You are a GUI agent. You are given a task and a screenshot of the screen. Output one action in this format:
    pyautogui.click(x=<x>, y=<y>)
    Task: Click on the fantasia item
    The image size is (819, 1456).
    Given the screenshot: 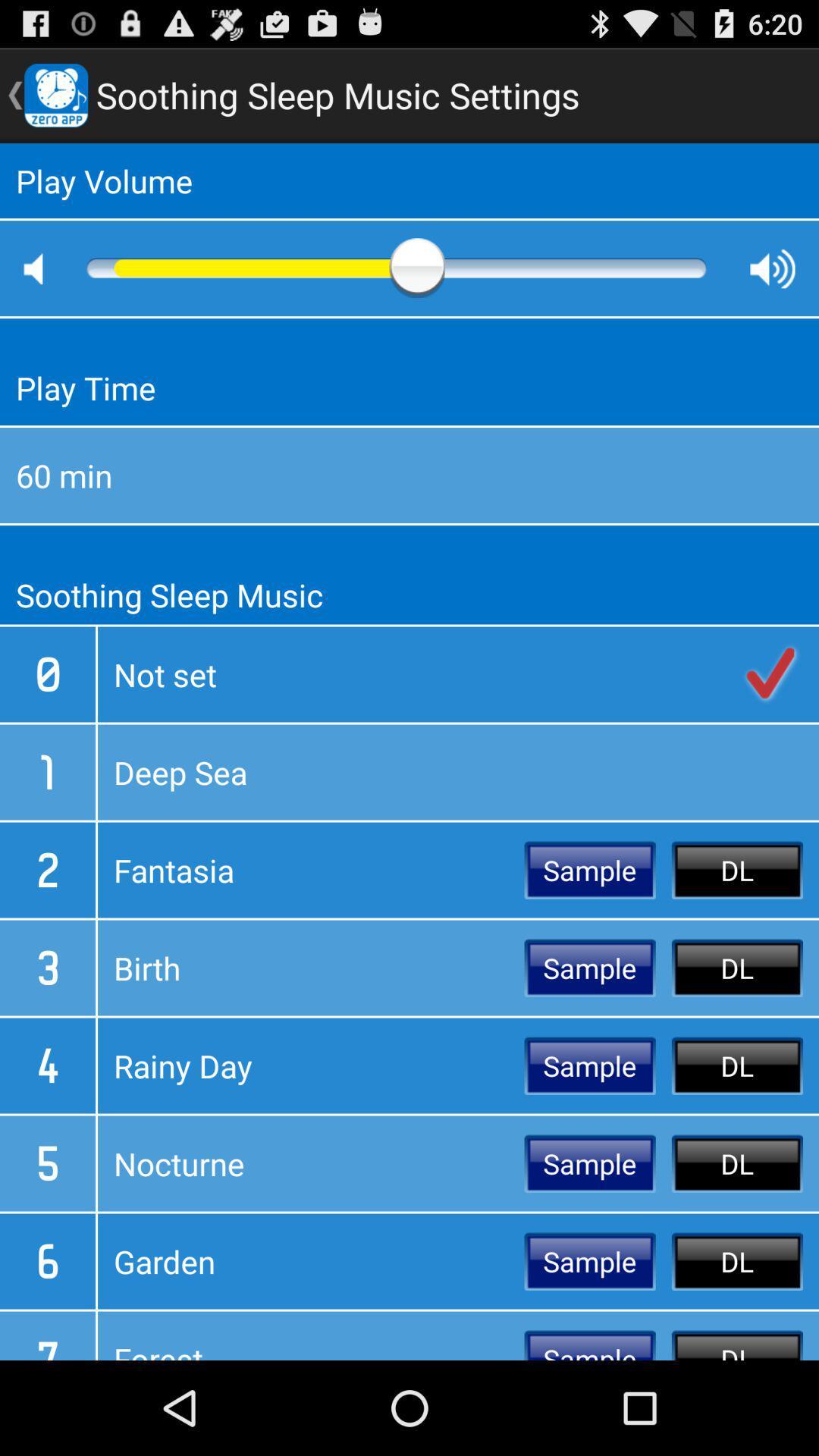 What is the action you would take?
    pyautogui.click(x=310, y=870)
    